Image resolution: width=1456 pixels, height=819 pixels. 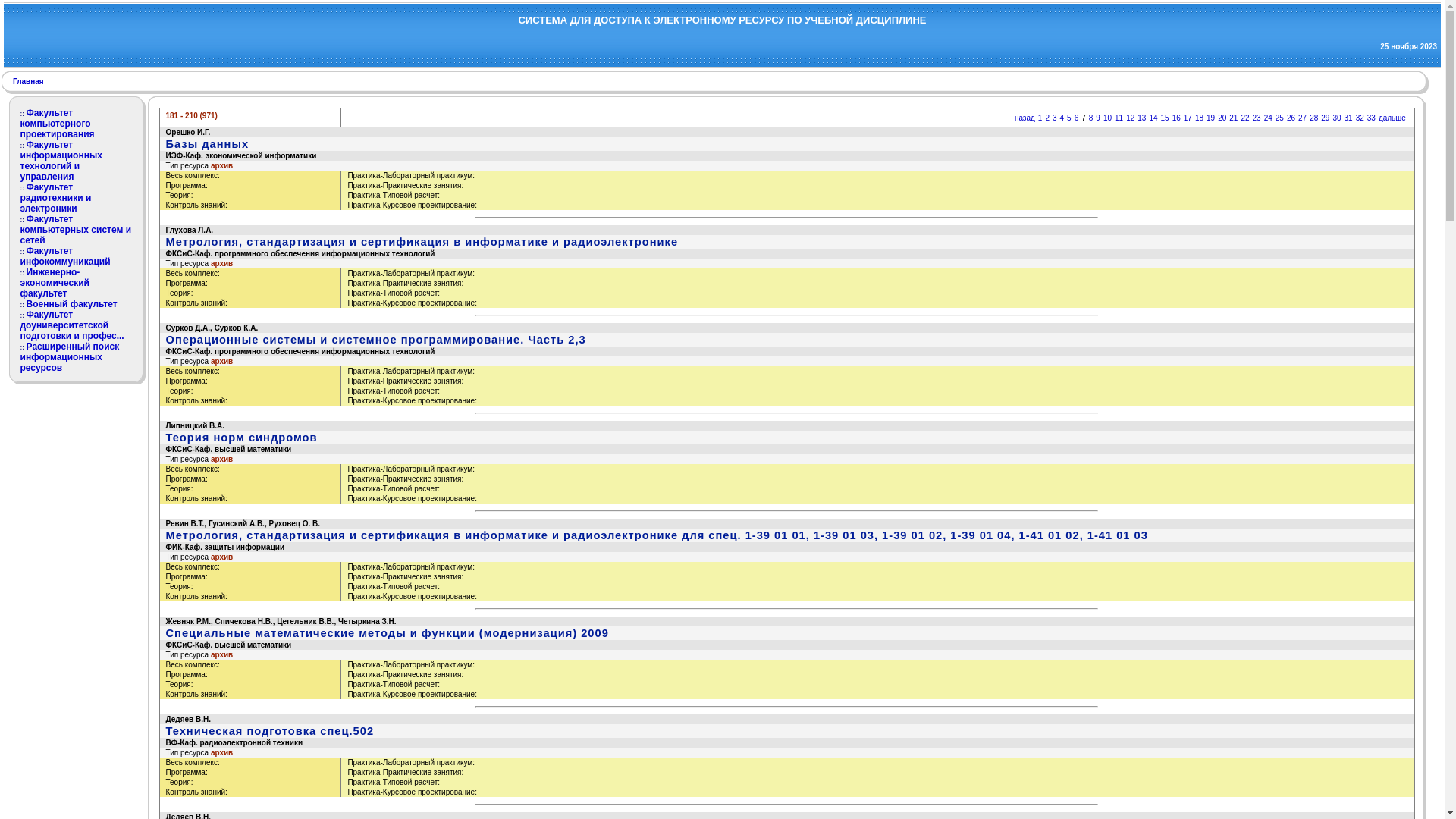 What do you see at coordinates (1244, 117) in the screenshot?
I see `'22'` at bounding box center [1244, 117].